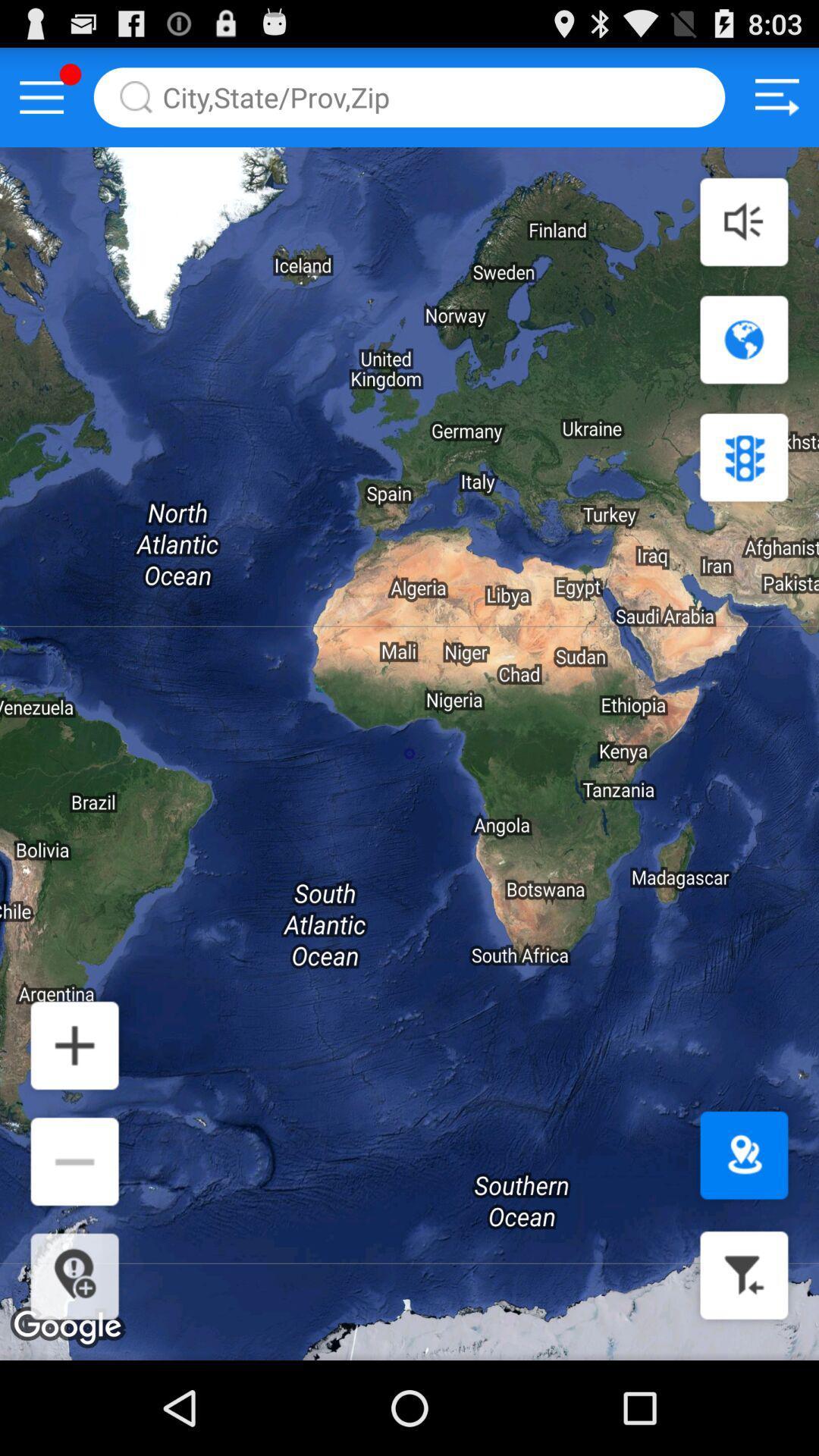 The image size is (819, 1456). I want to click on the location icon, so click(74, 1366).